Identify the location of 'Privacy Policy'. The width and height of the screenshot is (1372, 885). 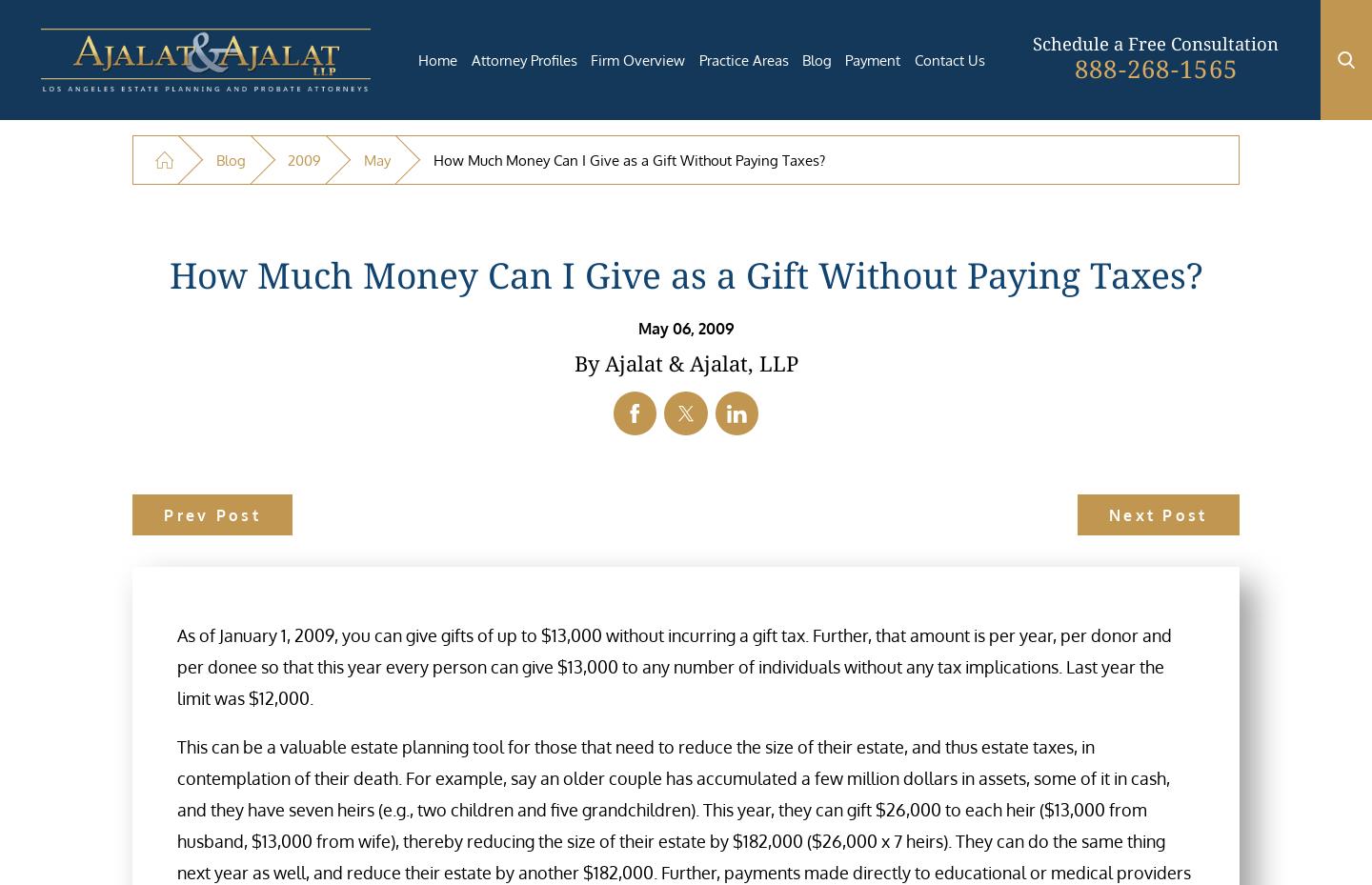
(857, 652).